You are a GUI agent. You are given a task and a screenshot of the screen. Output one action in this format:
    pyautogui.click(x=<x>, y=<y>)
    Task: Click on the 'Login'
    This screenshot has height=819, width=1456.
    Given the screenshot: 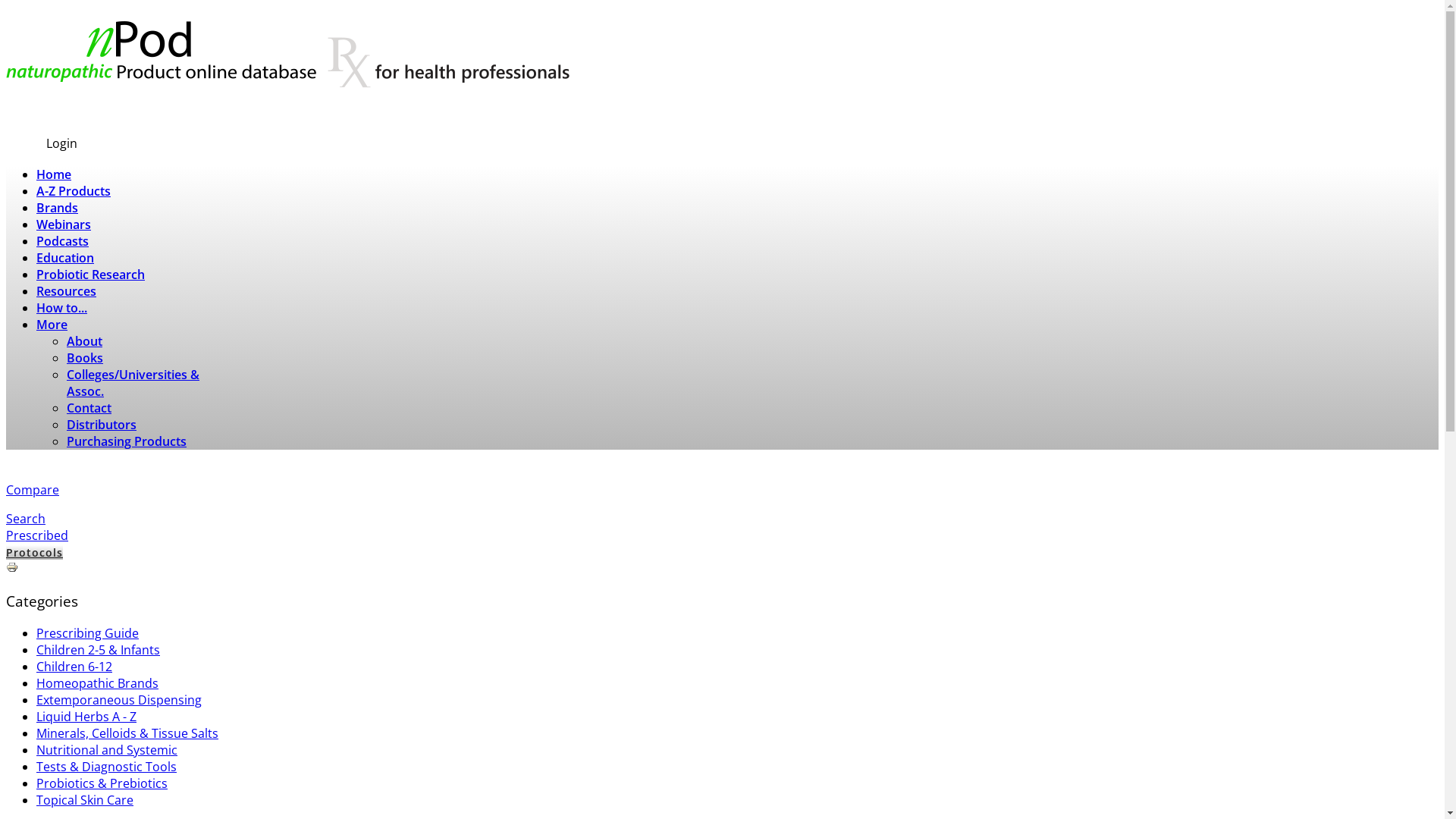 What is the action you would take?
    pyautogui.click(x=61, y=143)
    